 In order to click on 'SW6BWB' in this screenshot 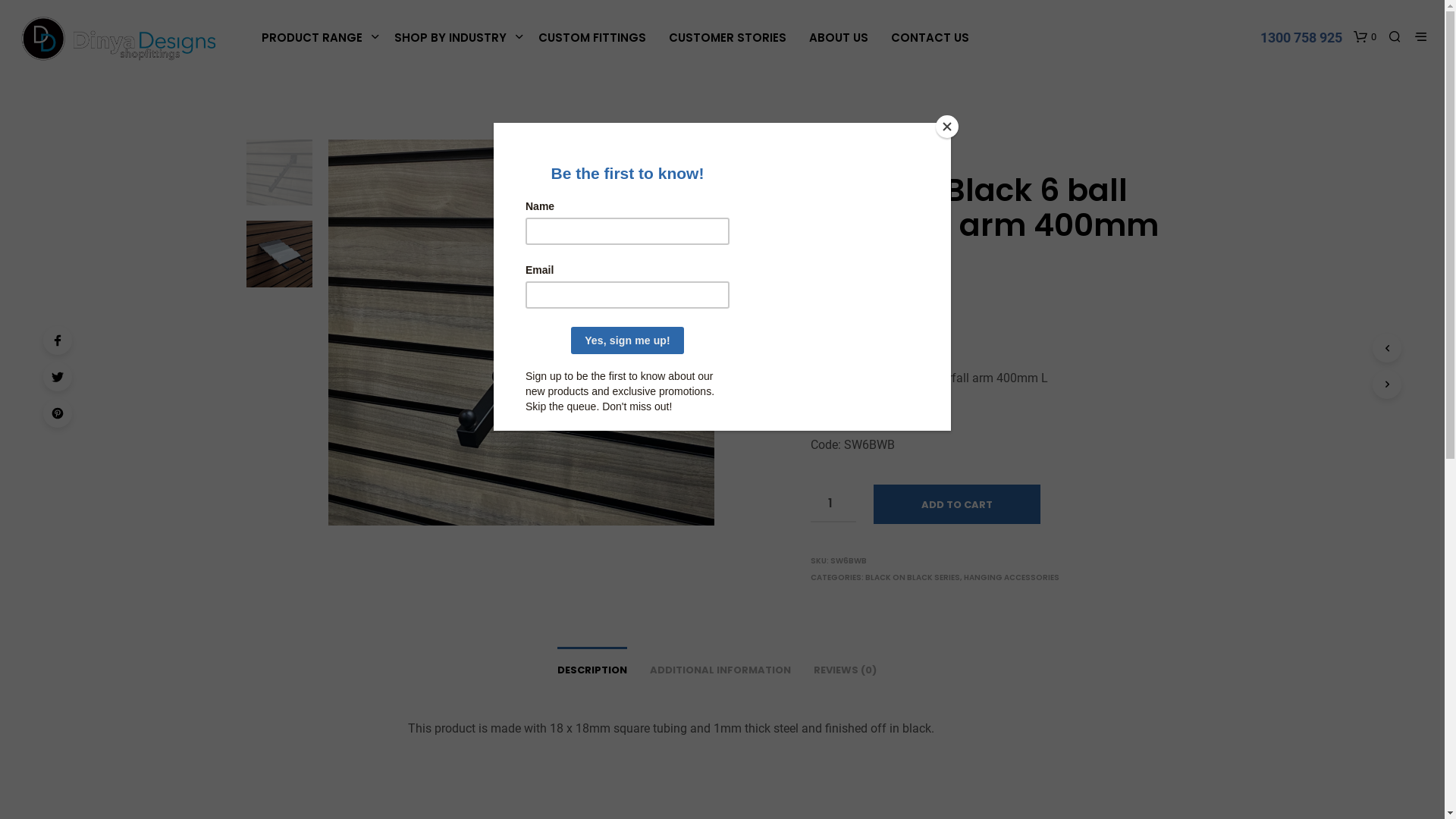, I will do `click(520, 331)`.